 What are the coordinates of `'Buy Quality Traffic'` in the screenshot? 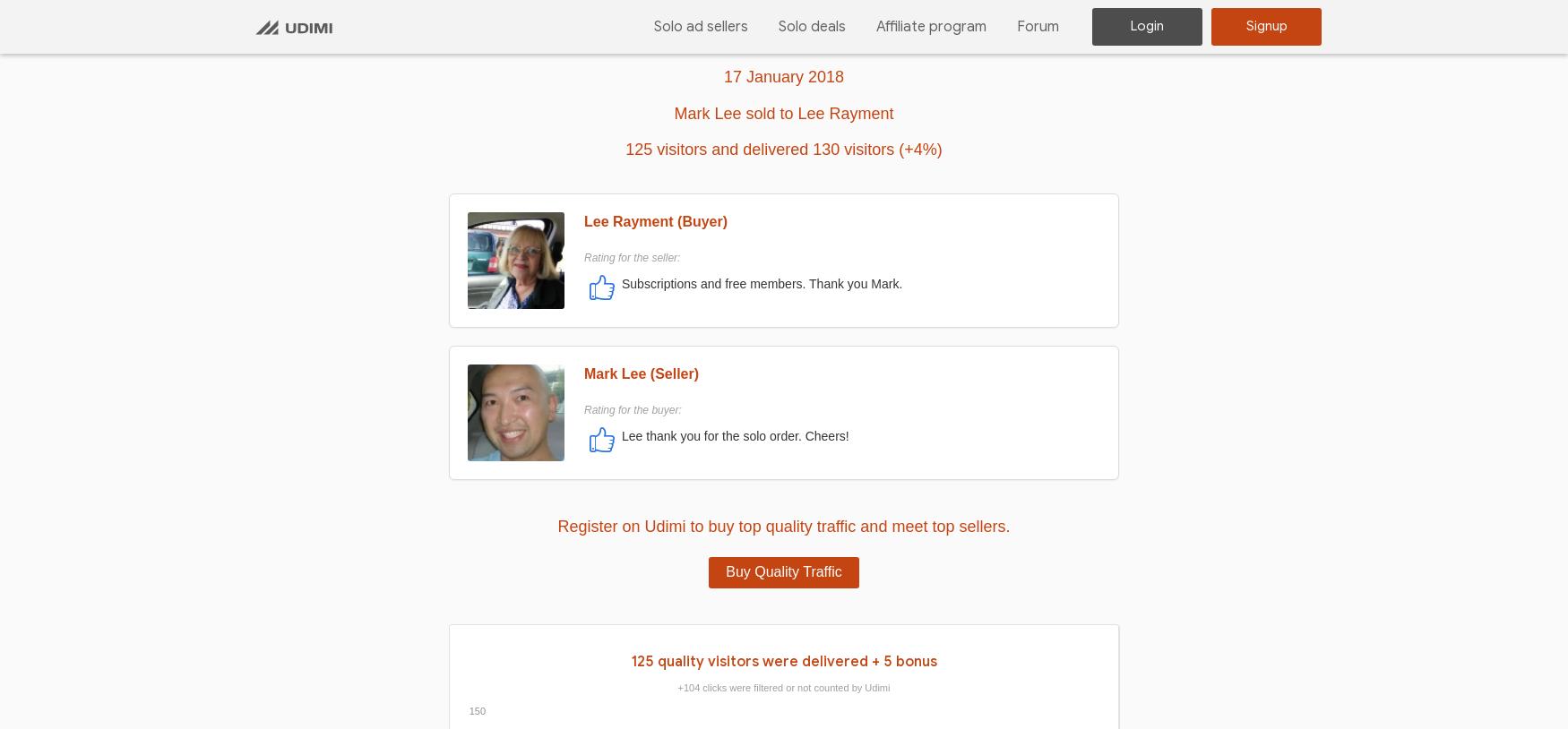 It's located at (783, 570).